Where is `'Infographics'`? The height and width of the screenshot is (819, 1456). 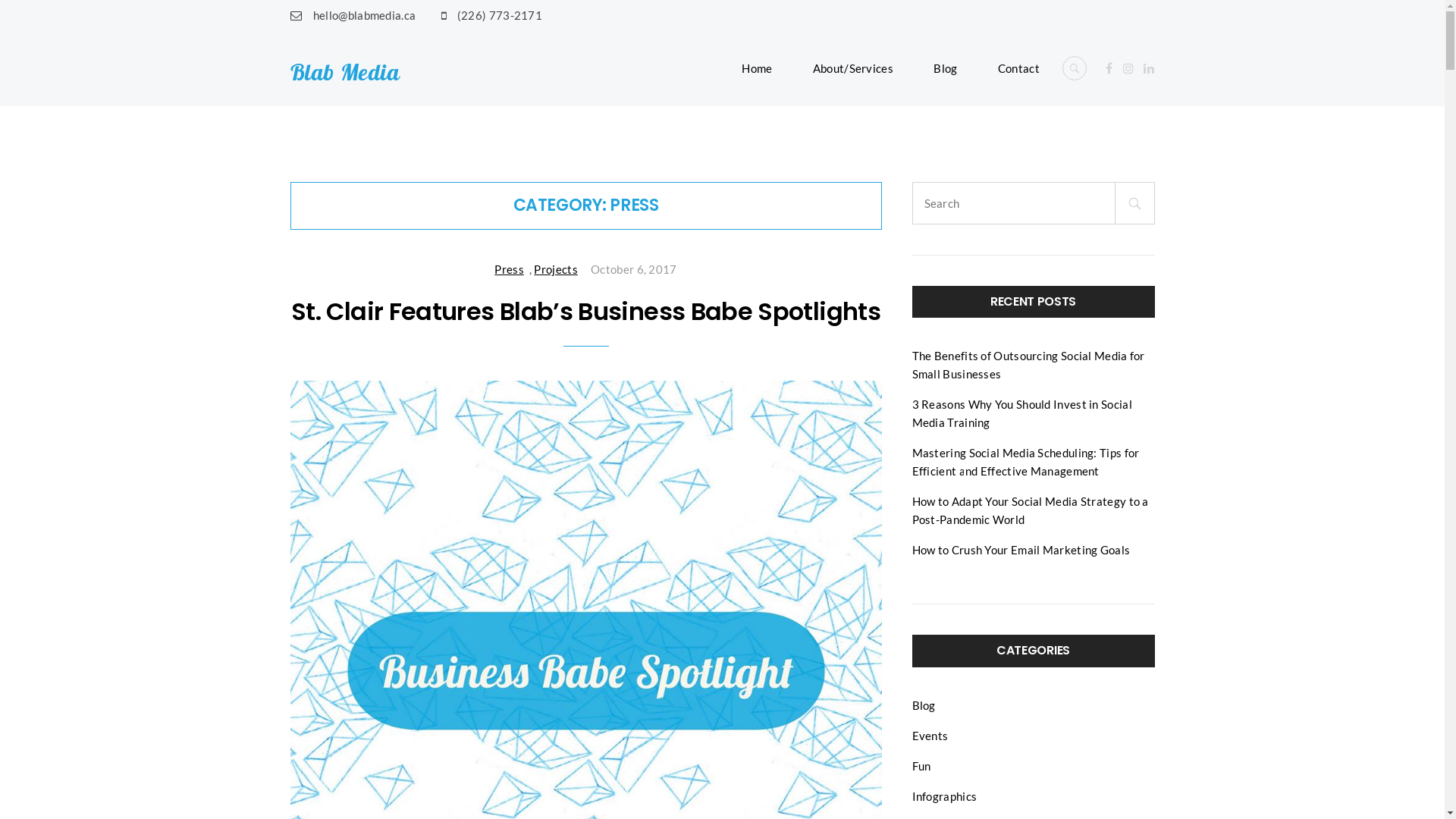
'Infographics' is located at coordinates (943, 795).